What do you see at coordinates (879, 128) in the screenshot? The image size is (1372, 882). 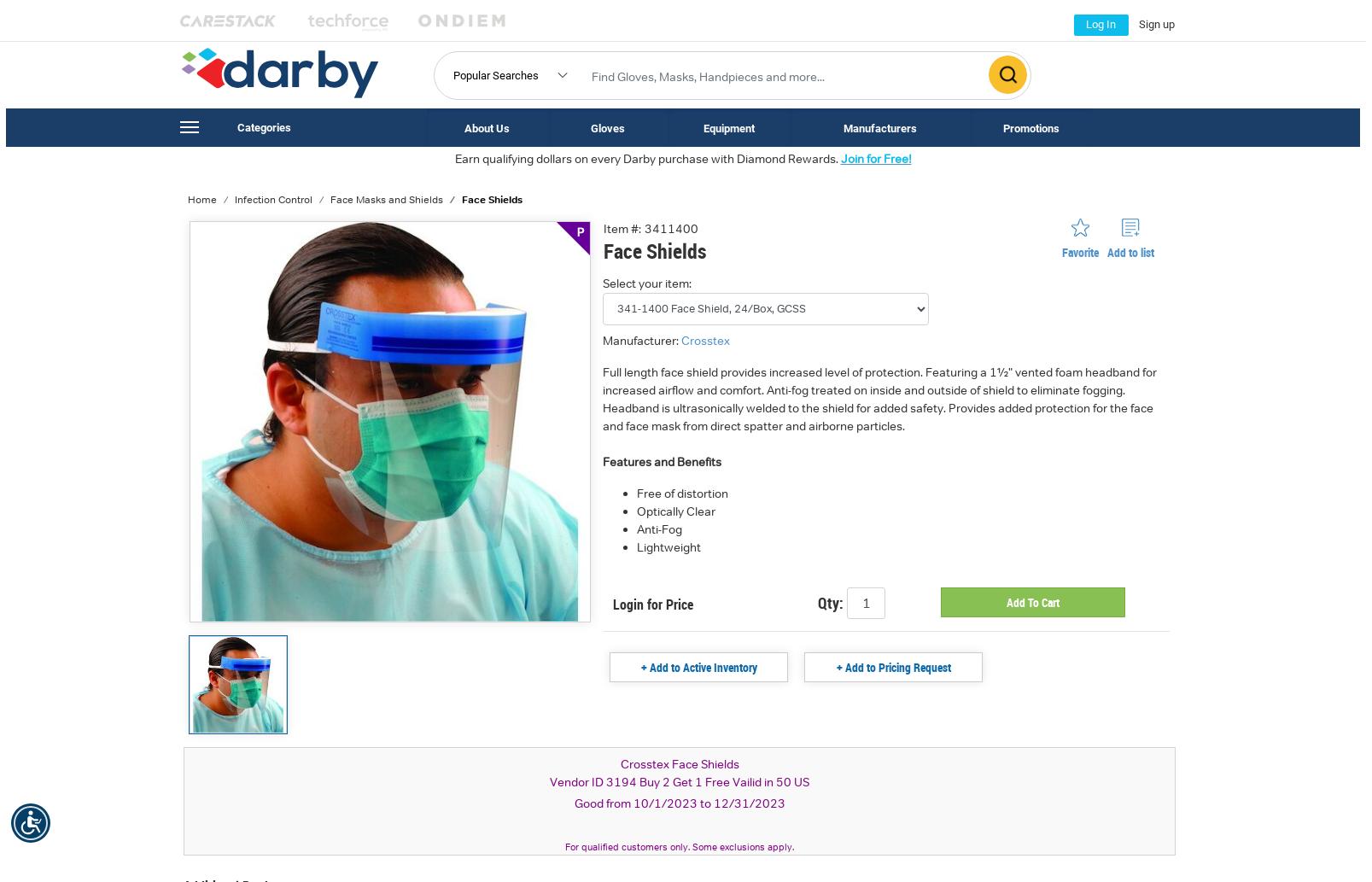 I see `'Manufacturers'` at bounding box center [879, 128].